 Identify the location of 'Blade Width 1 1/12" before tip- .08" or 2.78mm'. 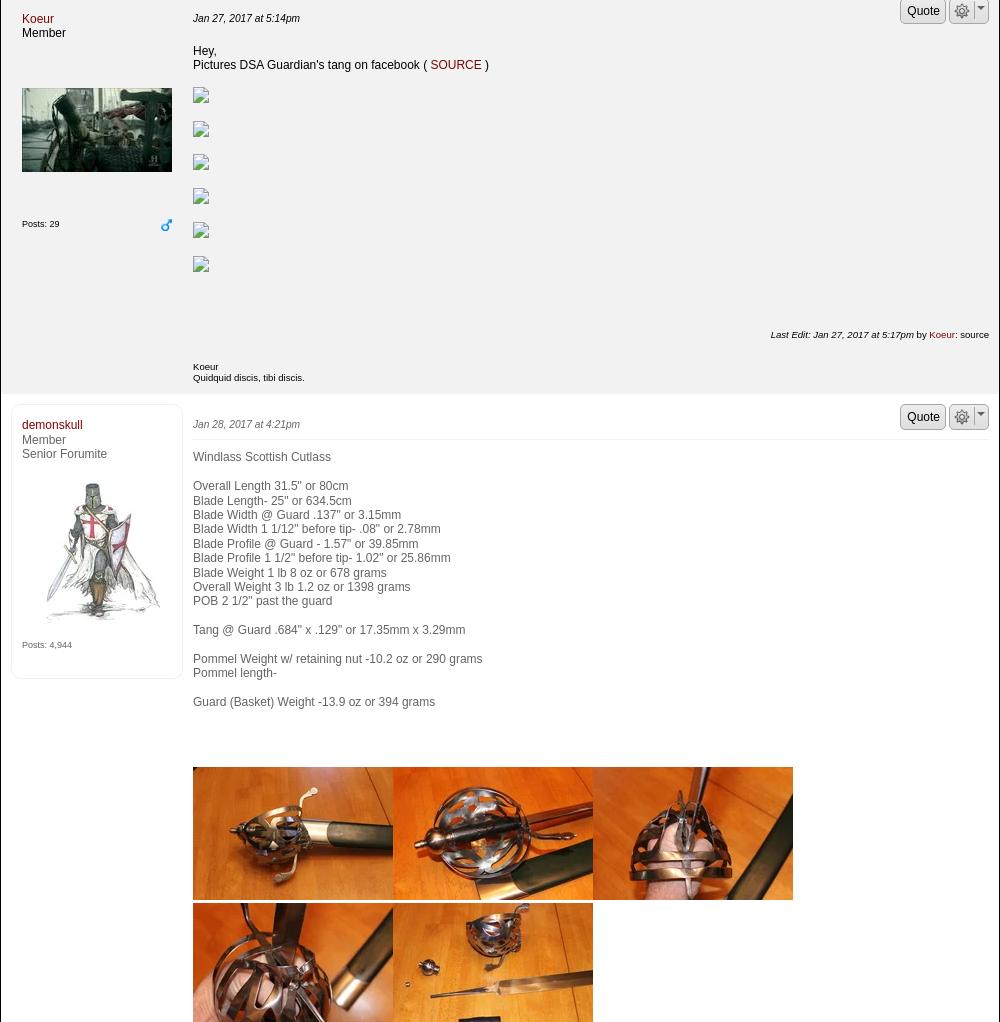
(315, 527).